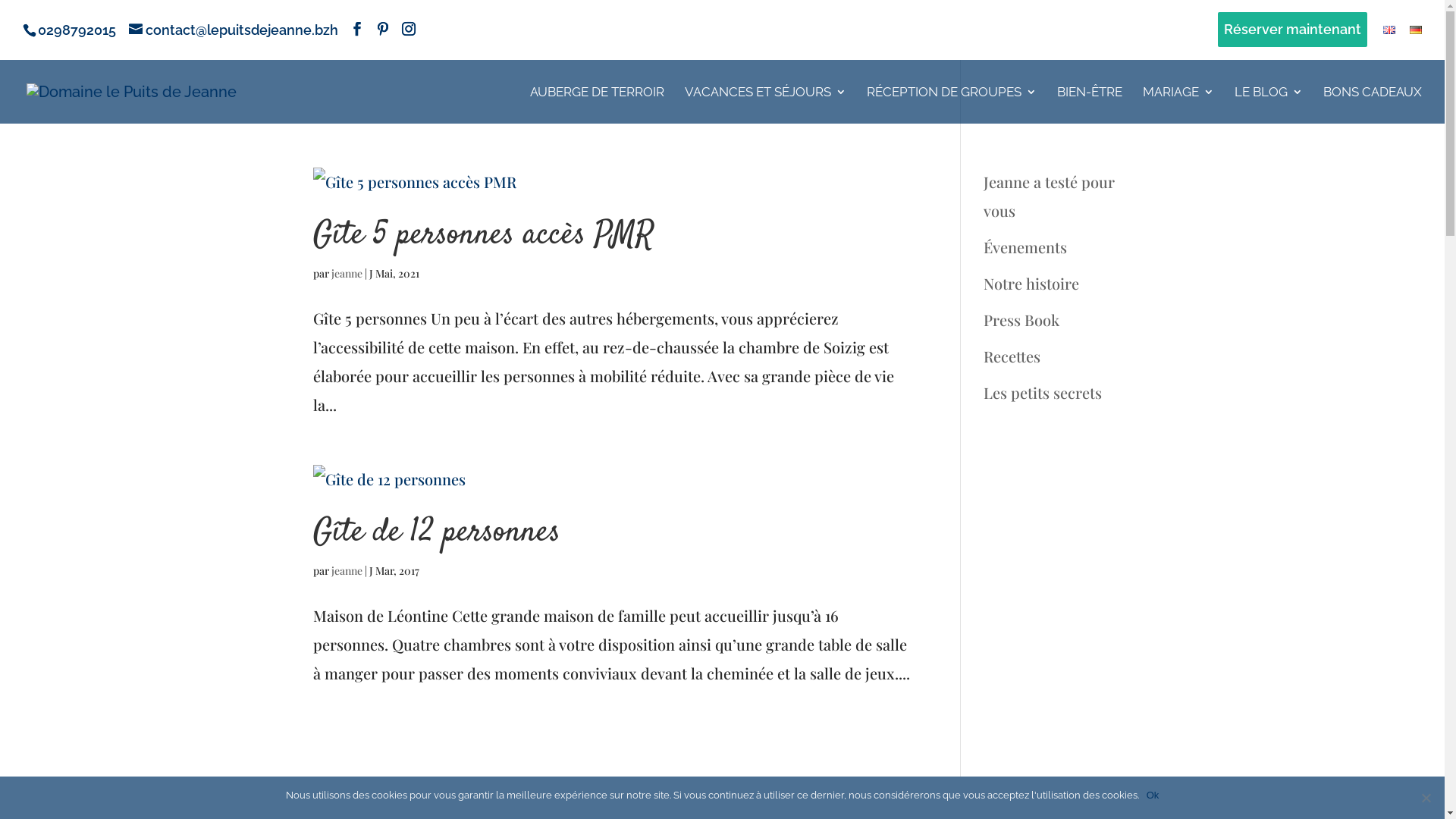 This screenshot has height=819, width=1456. I want to click on 'MARIAGE', so click(1178, 104).